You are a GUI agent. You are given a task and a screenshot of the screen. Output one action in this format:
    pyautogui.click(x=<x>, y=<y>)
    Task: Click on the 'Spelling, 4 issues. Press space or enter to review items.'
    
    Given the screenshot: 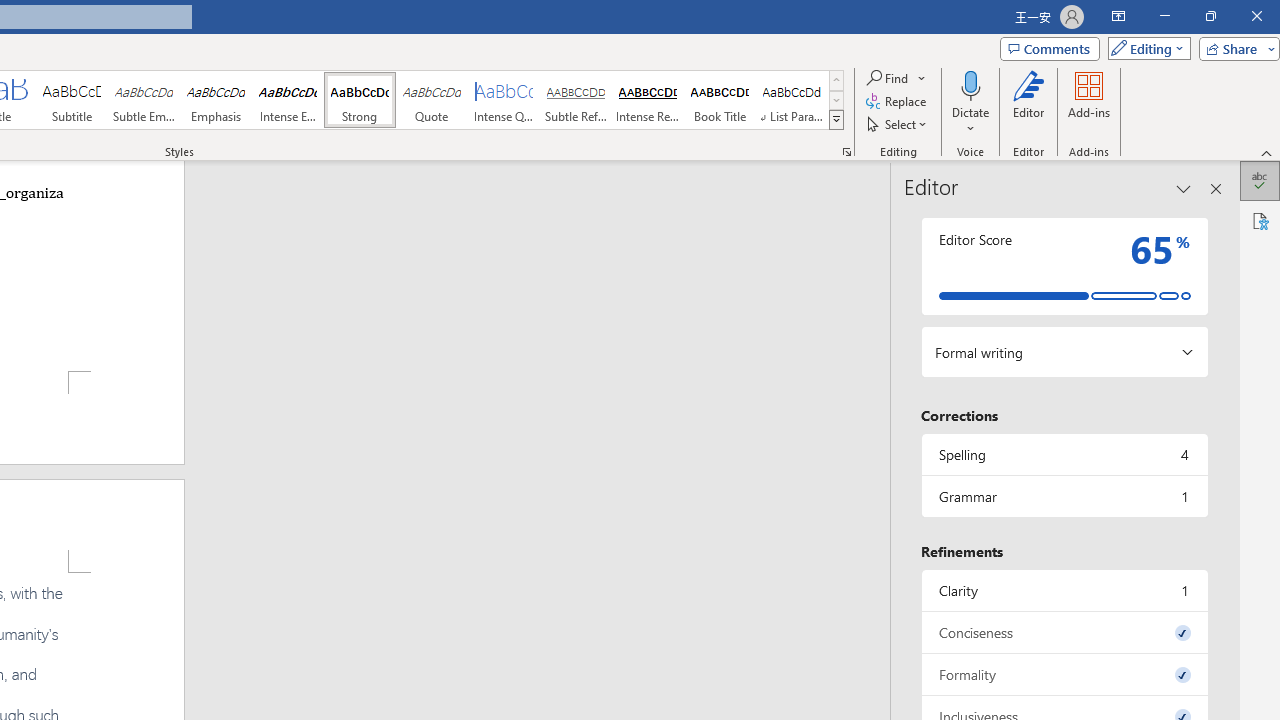 What is the action you would take?
    pyautogui.click(x=1063, y=454)
    